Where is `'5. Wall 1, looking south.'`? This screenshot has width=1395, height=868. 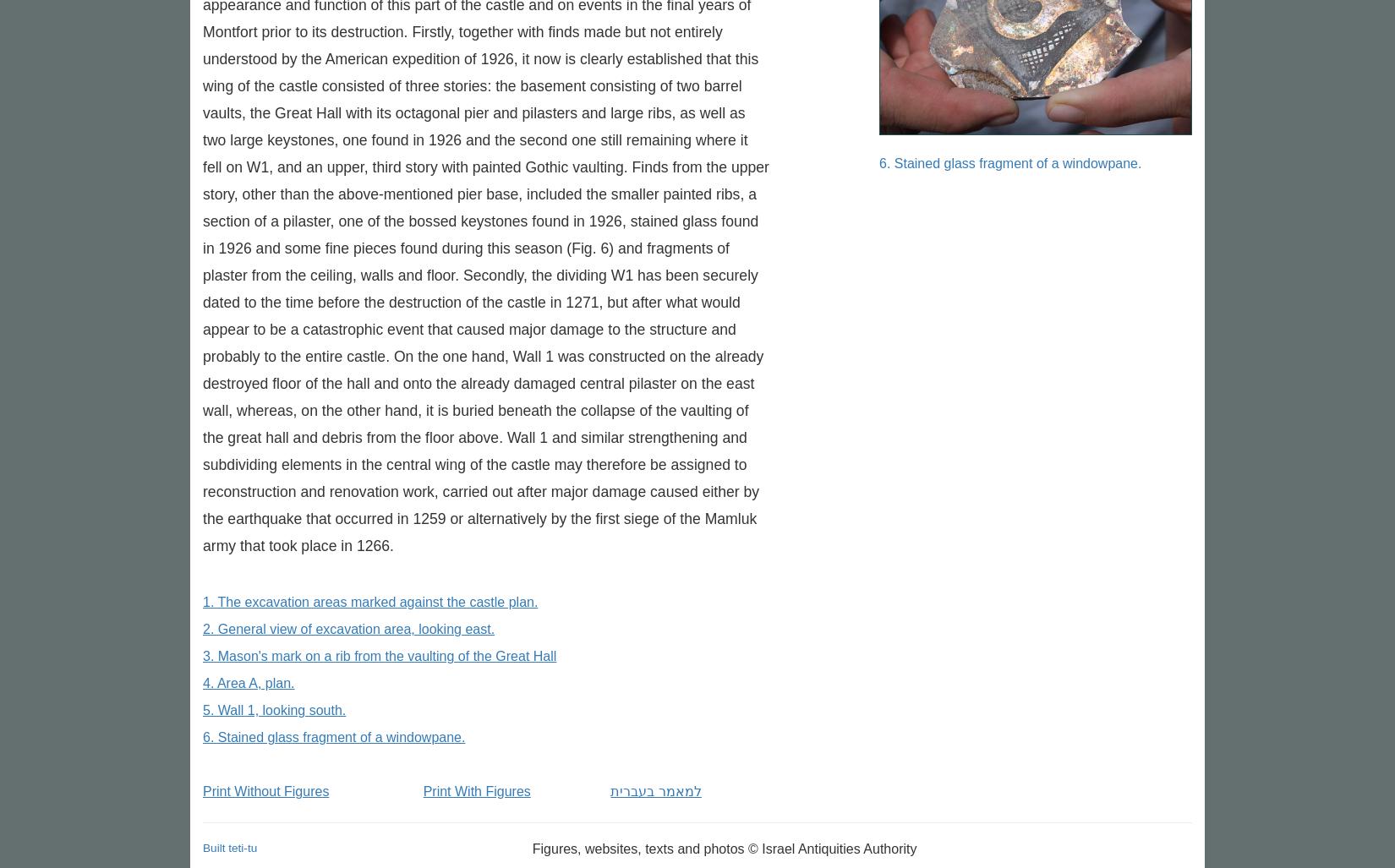 '5. Wall 1, looking south.' is located at coordinates (274, 710).